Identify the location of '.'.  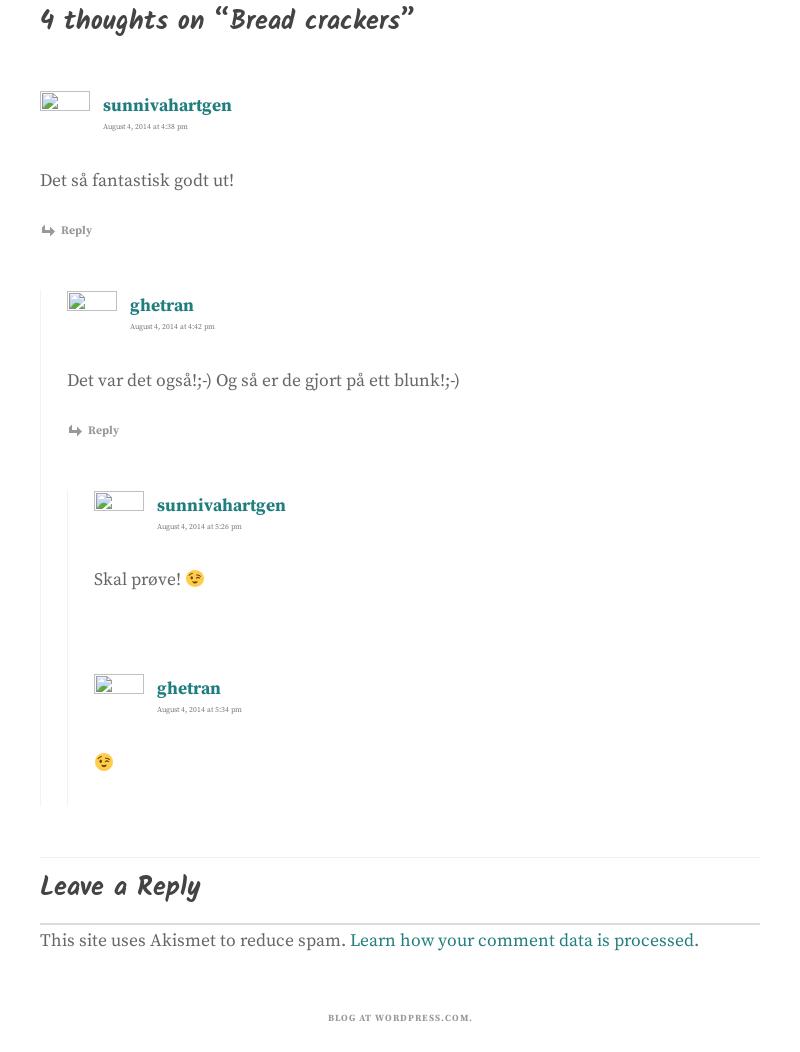
(696, 938).